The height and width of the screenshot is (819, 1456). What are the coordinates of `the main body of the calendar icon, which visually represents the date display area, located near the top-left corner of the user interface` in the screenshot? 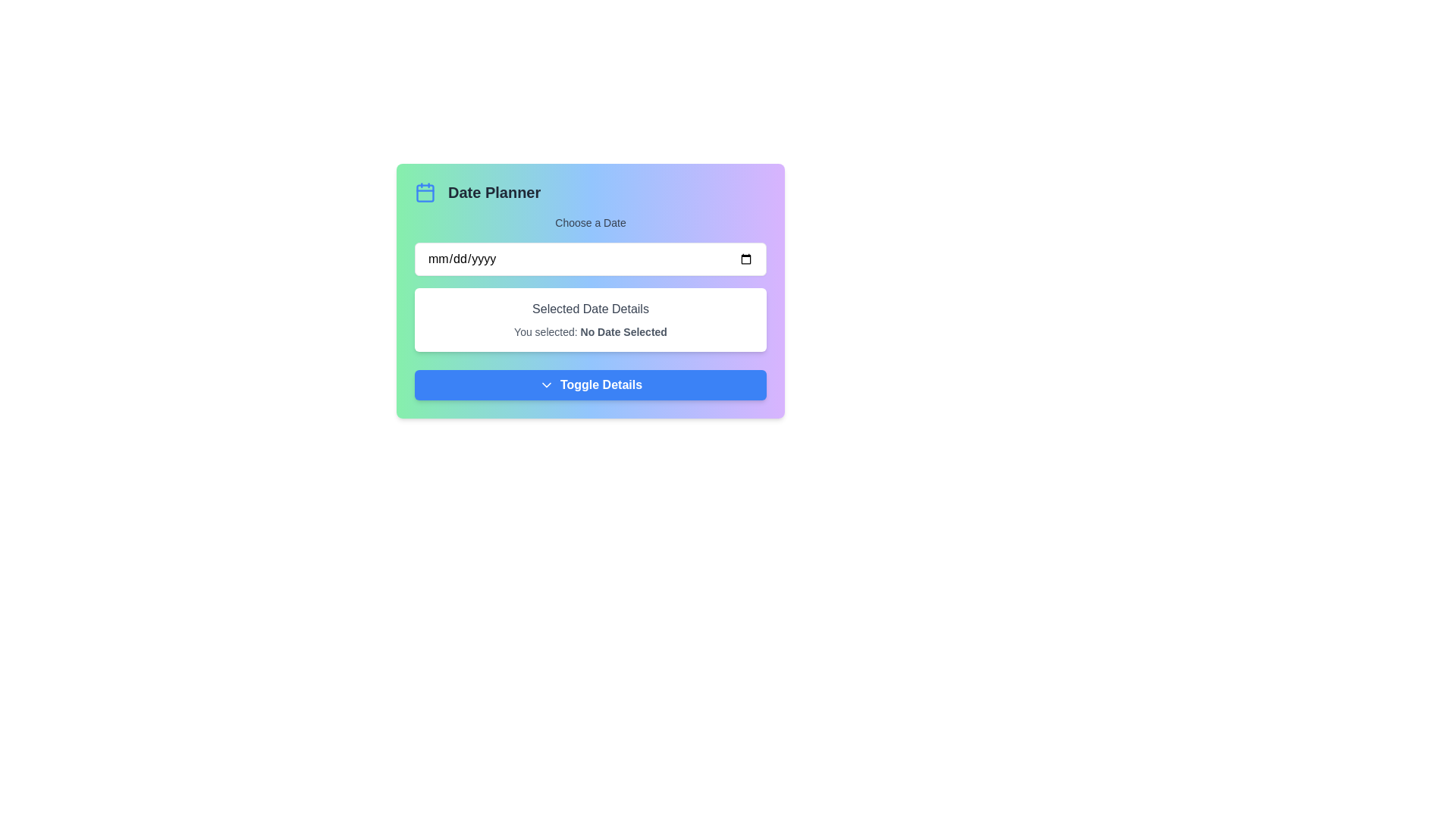 It's located at (425, 192).